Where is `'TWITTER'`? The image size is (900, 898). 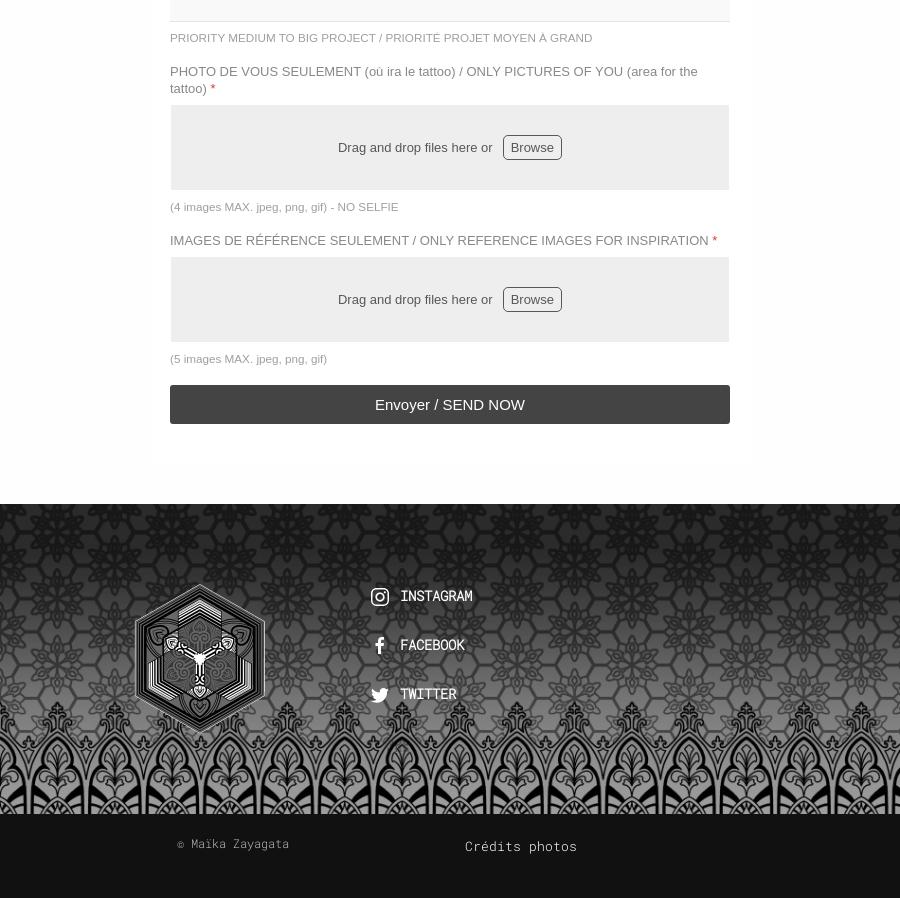
'TWITTER' is located at coordinates (428, 692).